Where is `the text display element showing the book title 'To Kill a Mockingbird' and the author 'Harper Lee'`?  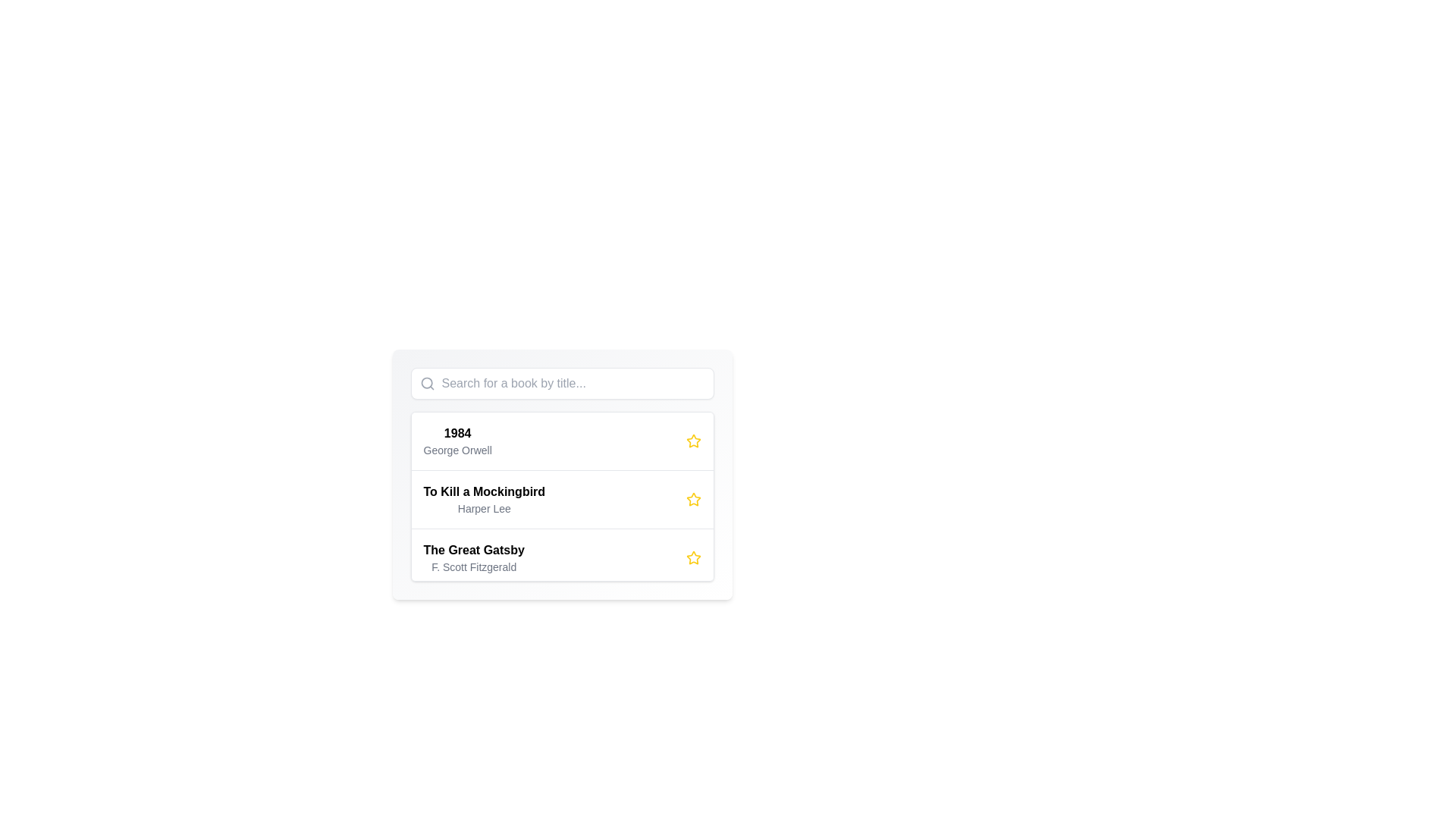 the text display element showing the book title 'To Kill a Mockingbird' and the author 'Harper Lee' is located at coordinates (483, 500).